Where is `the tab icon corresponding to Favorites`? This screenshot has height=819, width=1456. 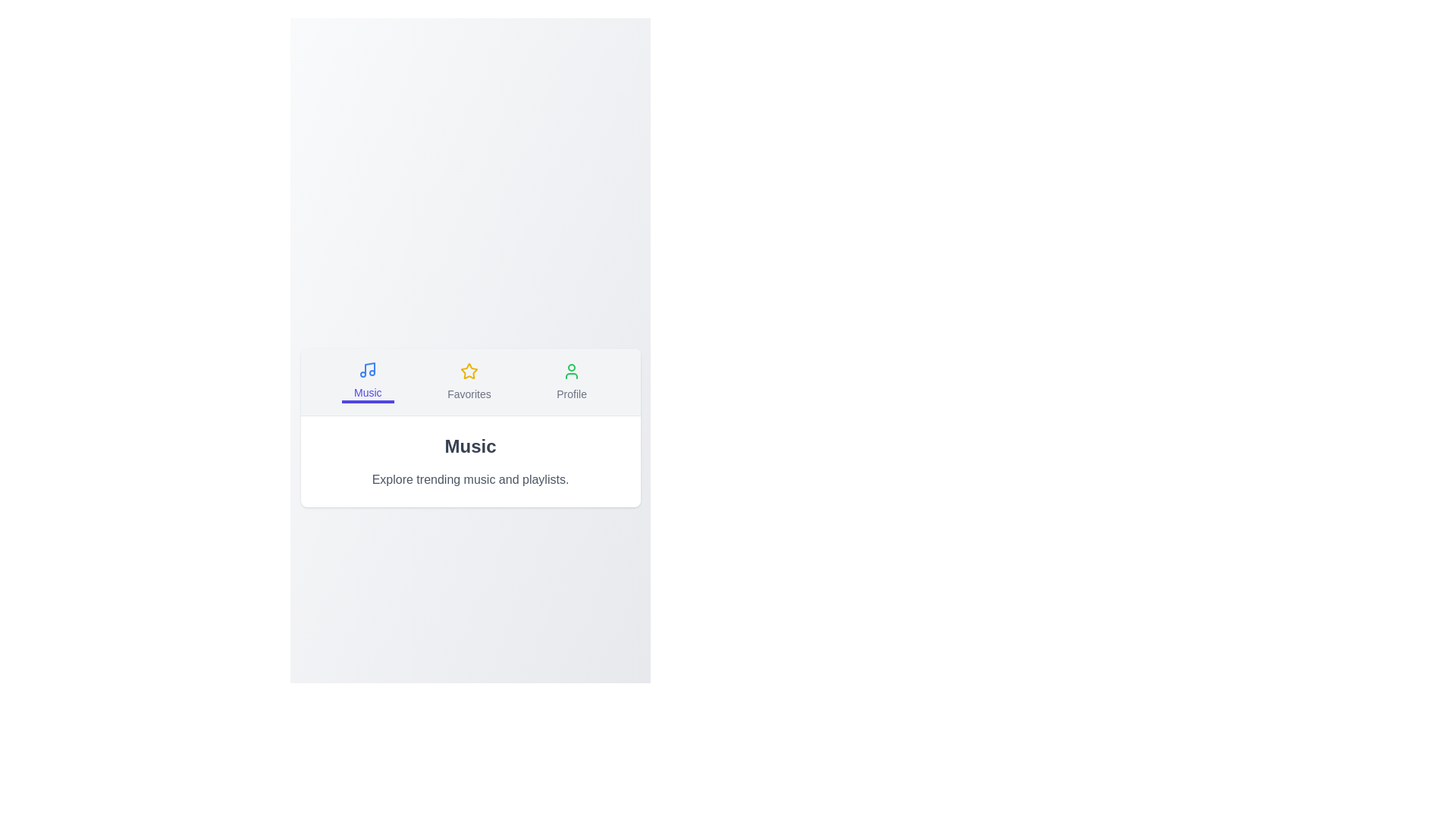 the tab icon corresponding to Favorites is located at coordinates (468, 381).